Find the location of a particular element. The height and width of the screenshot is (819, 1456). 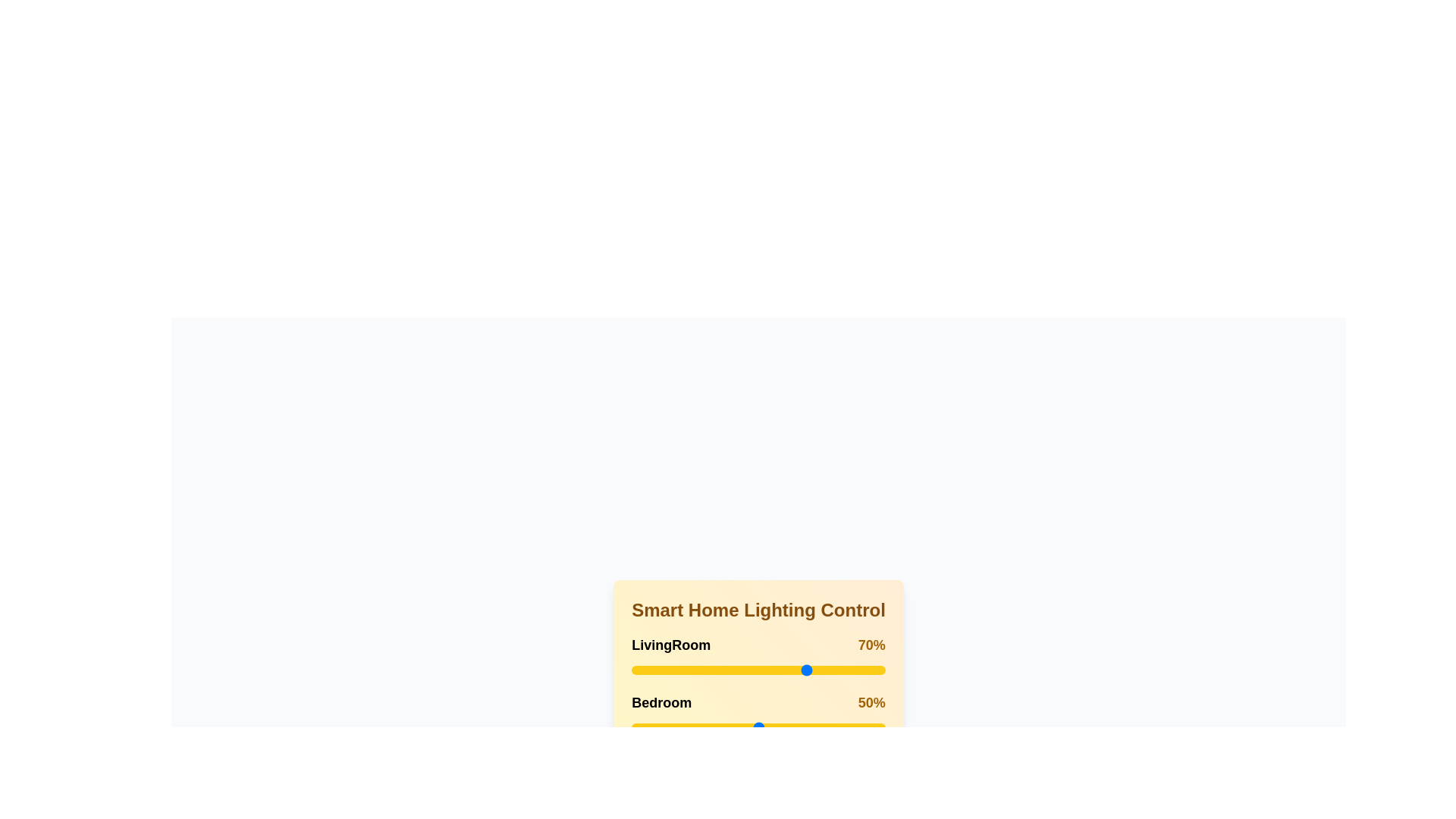

the Living Room lighting level is located at coordinates (828, 669).